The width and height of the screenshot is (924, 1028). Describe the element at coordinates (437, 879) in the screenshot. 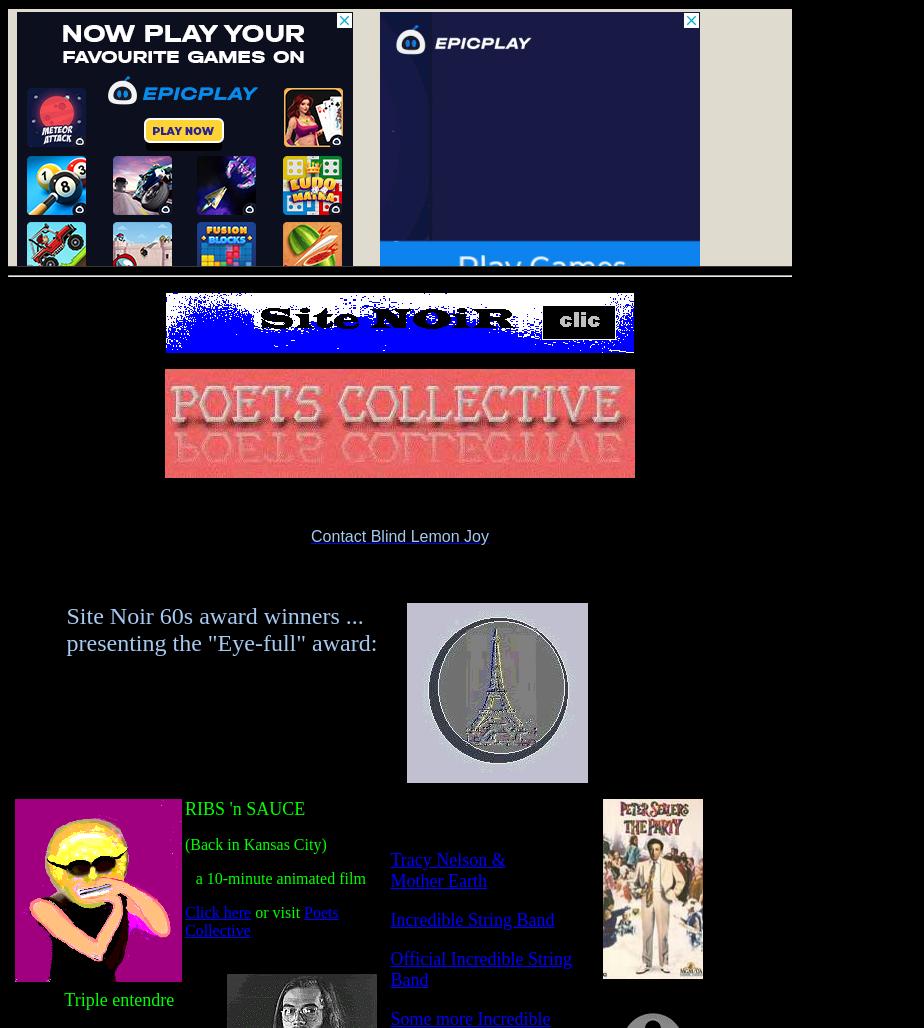

I see `'Mother Earth'` at that location.